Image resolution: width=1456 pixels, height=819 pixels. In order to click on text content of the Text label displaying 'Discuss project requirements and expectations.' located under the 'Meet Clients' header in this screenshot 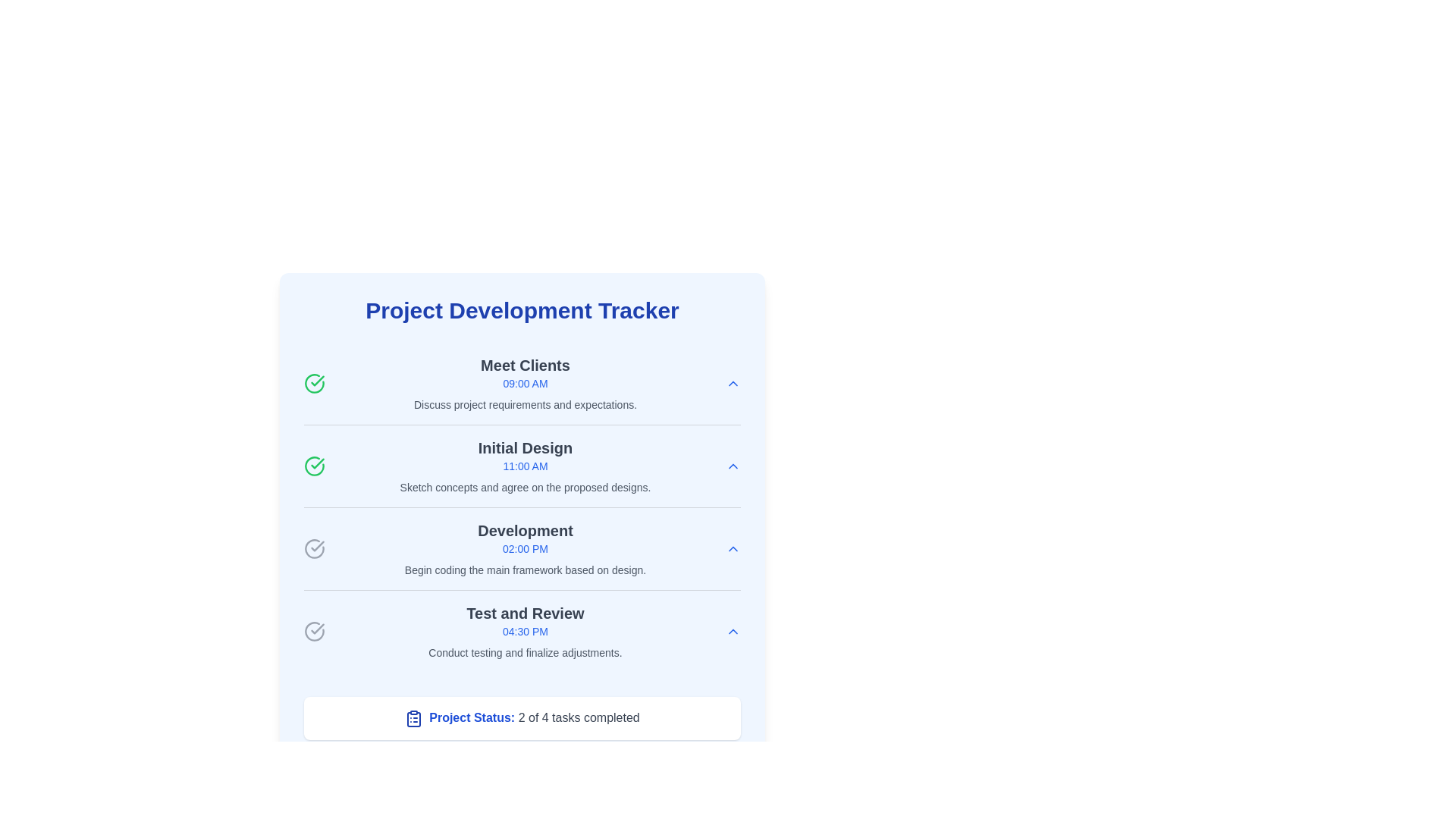, I will do `click(525, 403)`.